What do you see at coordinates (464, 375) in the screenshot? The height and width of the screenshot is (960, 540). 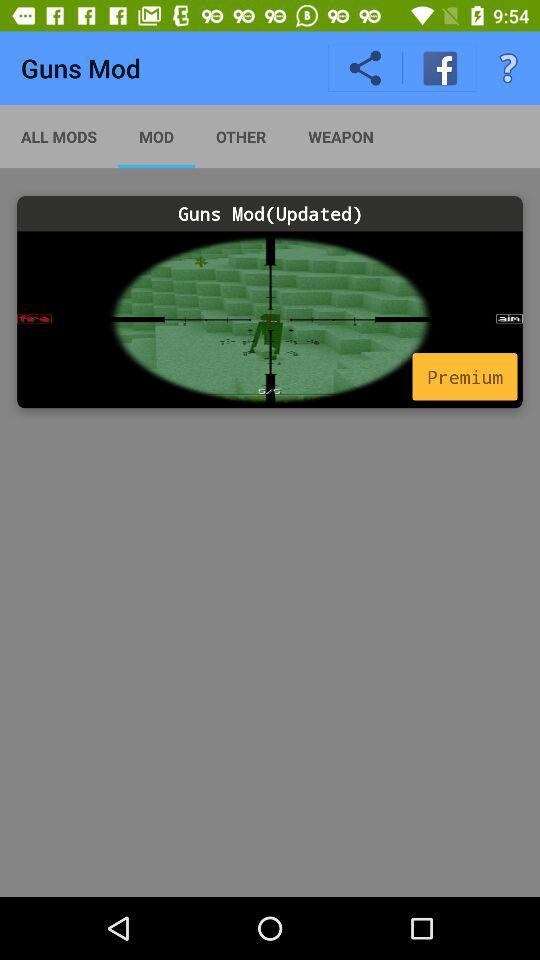 I see `the icon below guns mod(updated) icon` at bounding box center [464, 375].